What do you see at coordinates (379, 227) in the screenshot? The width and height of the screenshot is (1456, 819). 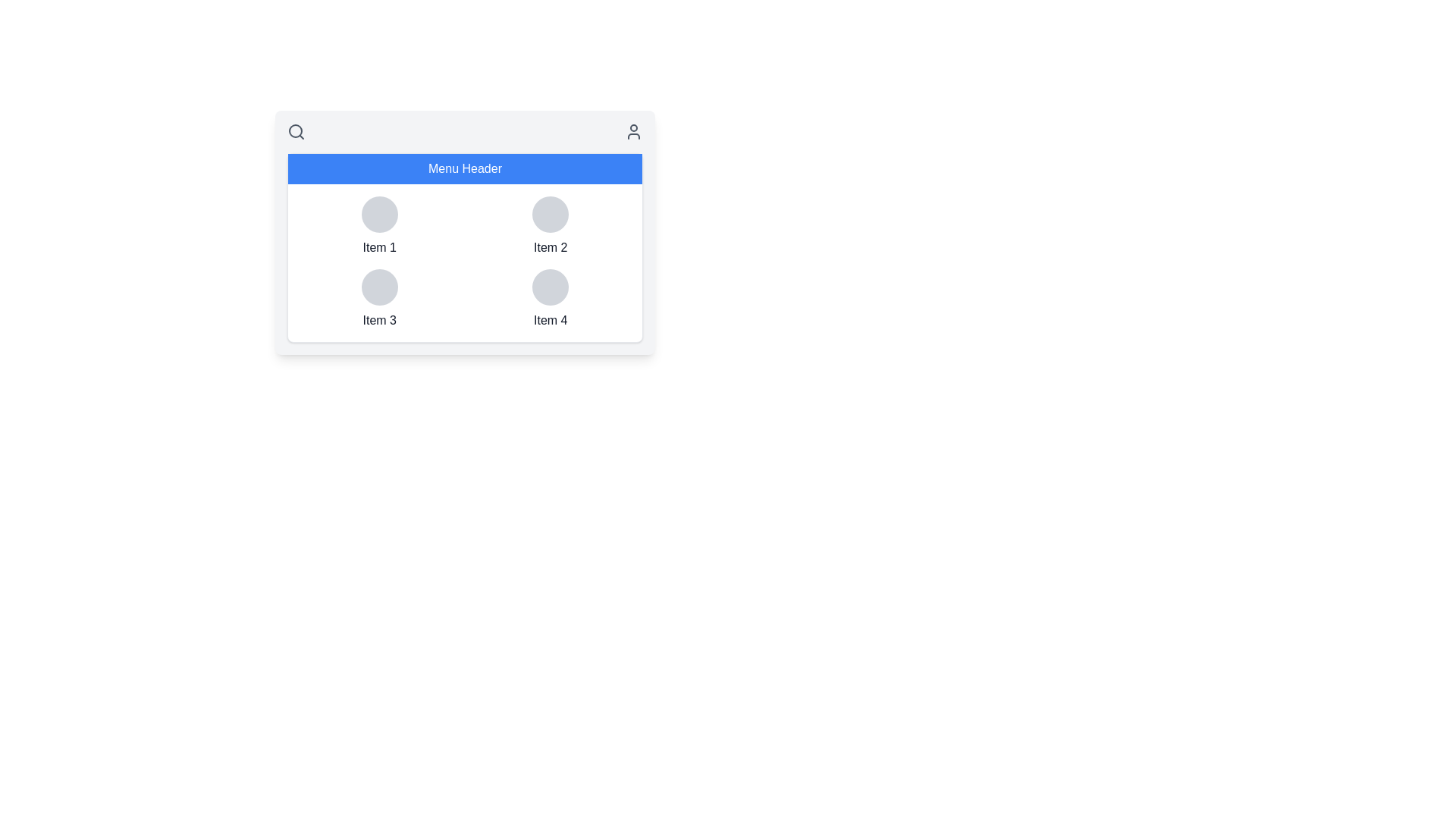 I see `the circular icon with a gray background and the text label 'Item 1' in the top-left corner of the 2x2 grid layout` at bounding box center [379, 227].